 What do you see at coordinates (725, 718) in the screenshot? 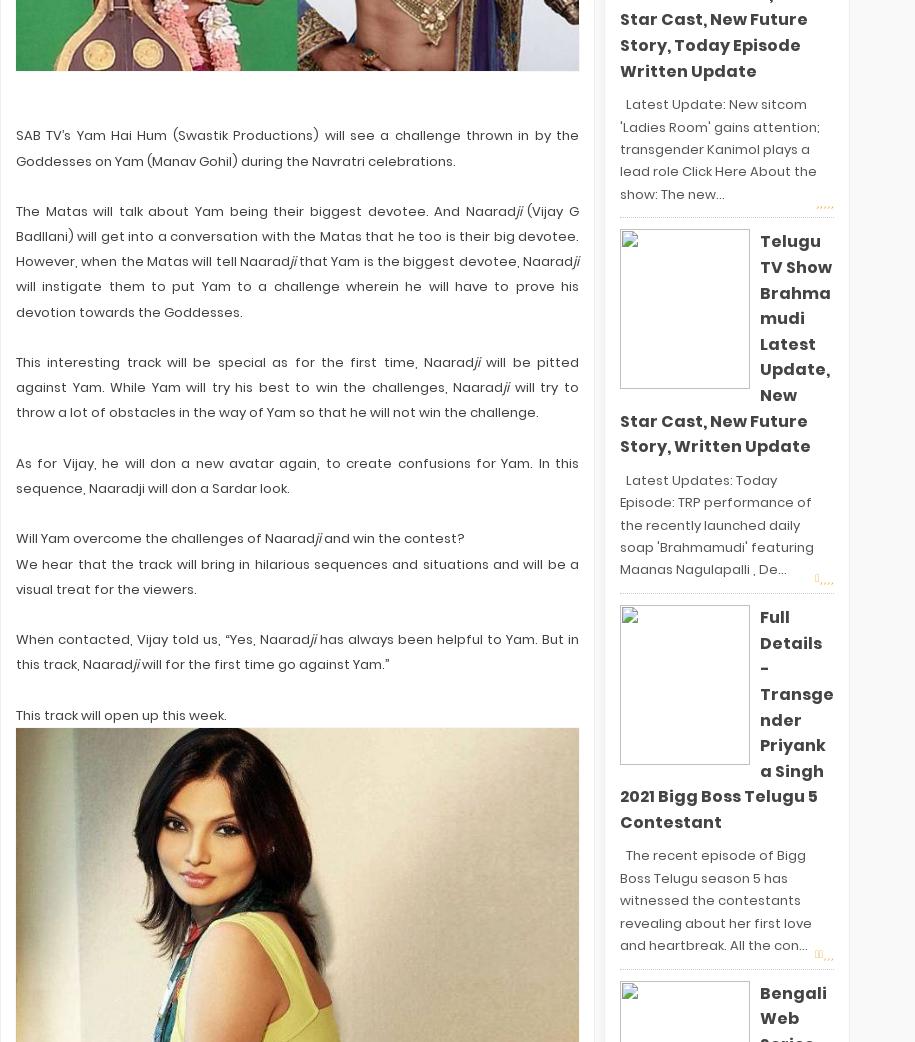
I see `'Full Details - Transgender Priyanka Singh 2021 Bigg Boss Telugu 5 Contestant'` at bounding box center [725, 718].